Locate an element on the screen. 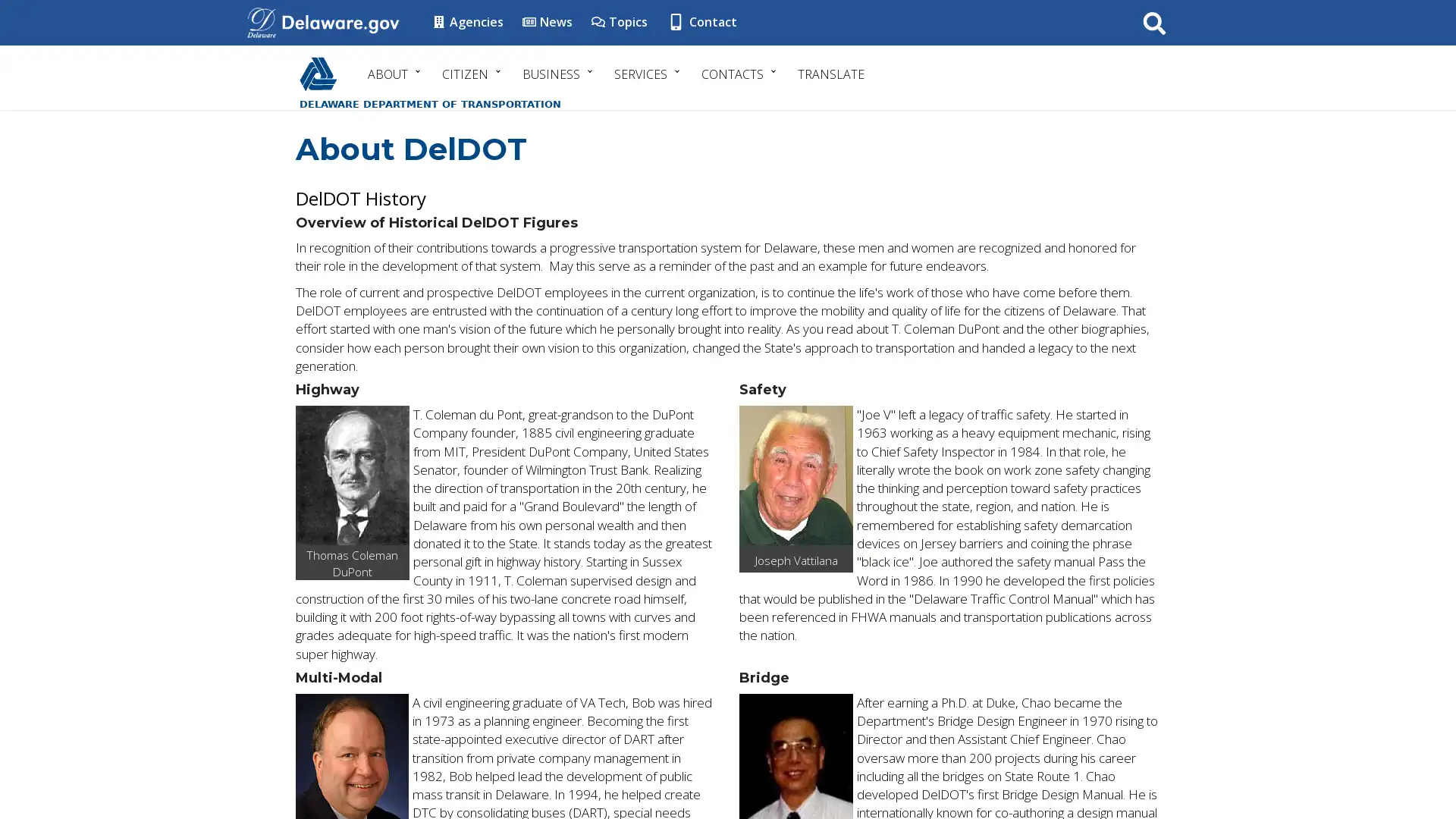 This screenshot has width=1456, height=819. Search is located at coordinates (1153, 22).